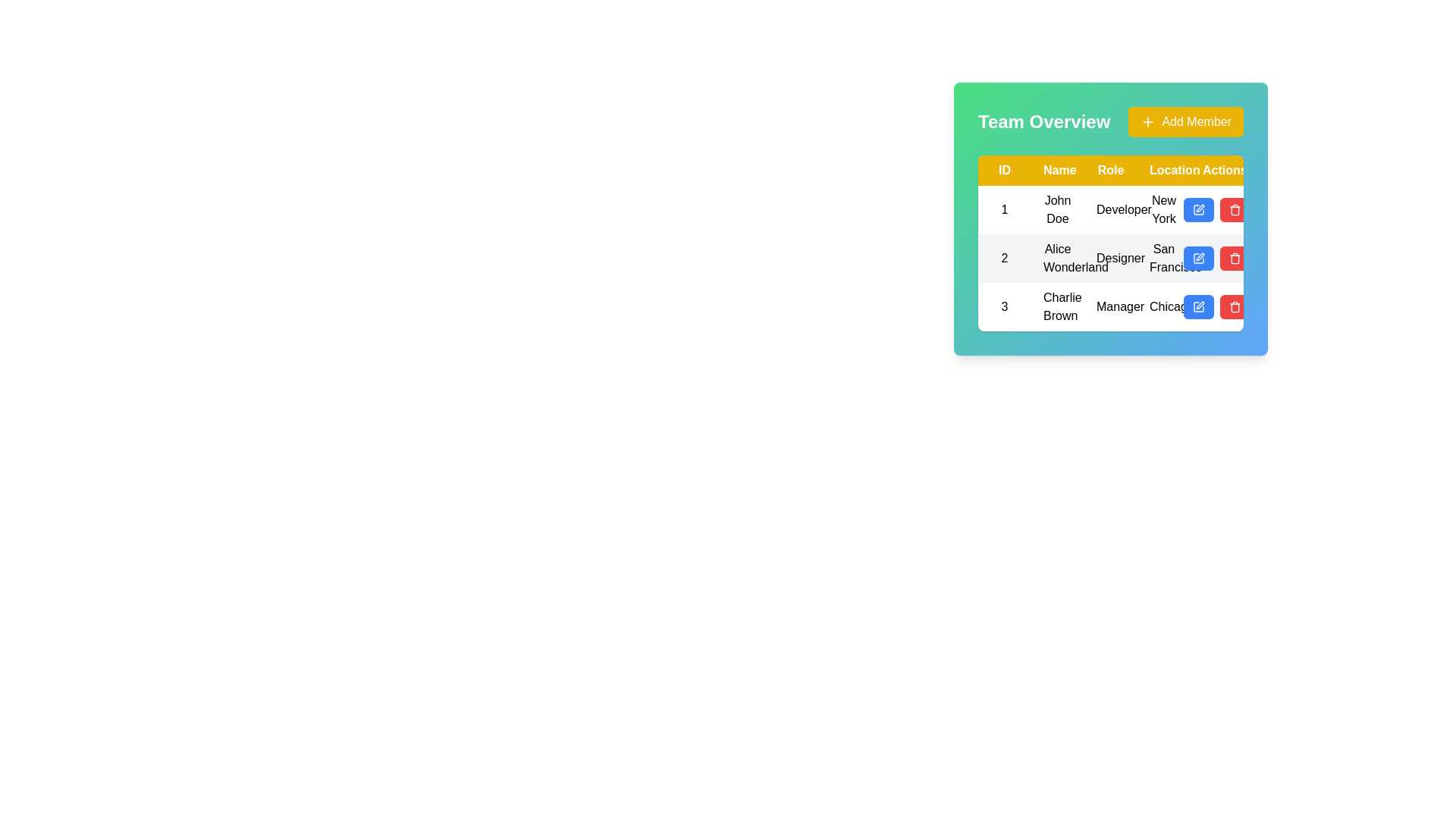  What do you see at coordinates (1216, 170) in the screenshot?
I see `the last column title in the table header, which is labeled for action-related controls or information` at bounding box center [1216, 170].